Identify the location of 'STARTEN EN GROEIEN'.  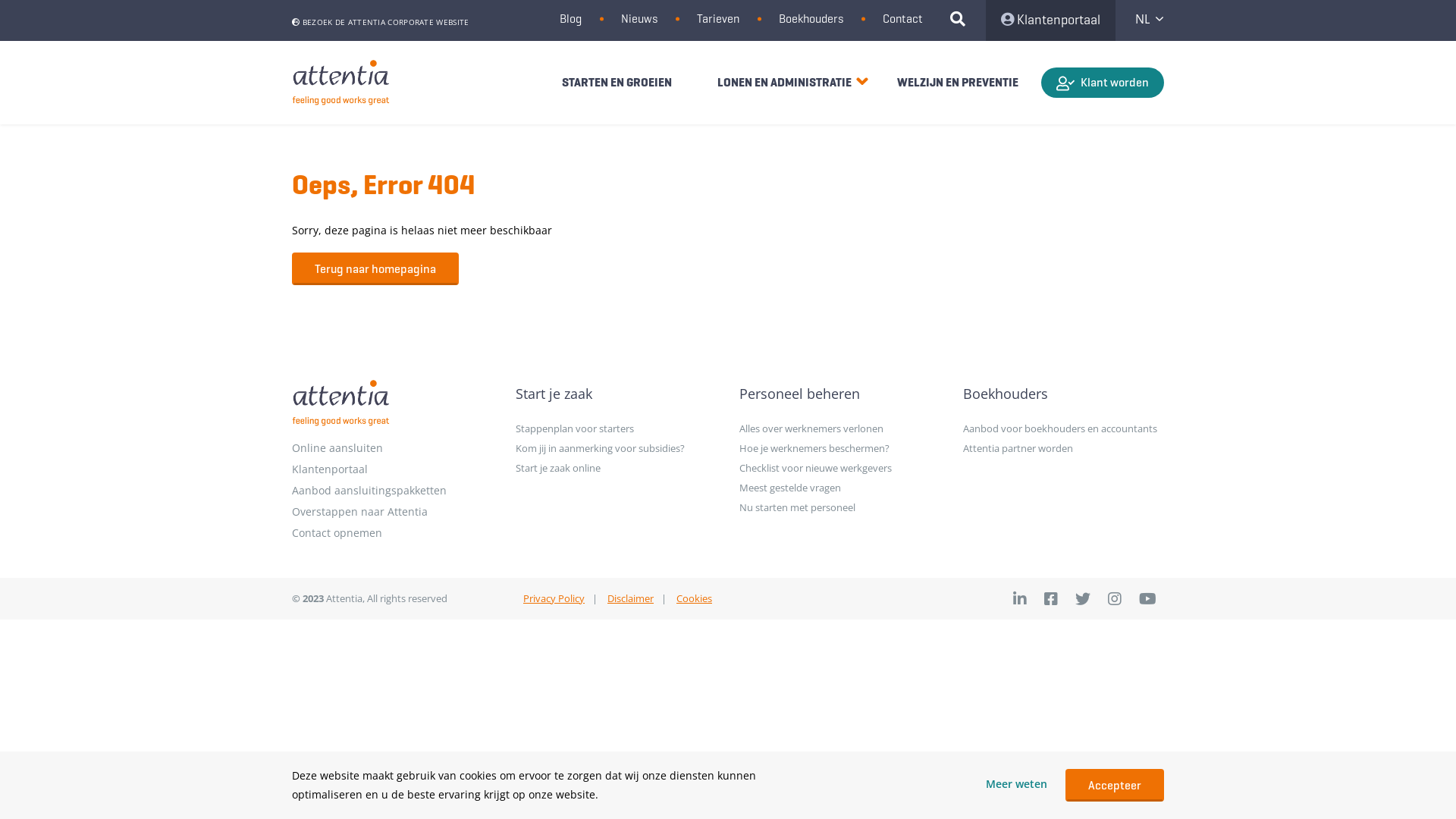
(617, 82).